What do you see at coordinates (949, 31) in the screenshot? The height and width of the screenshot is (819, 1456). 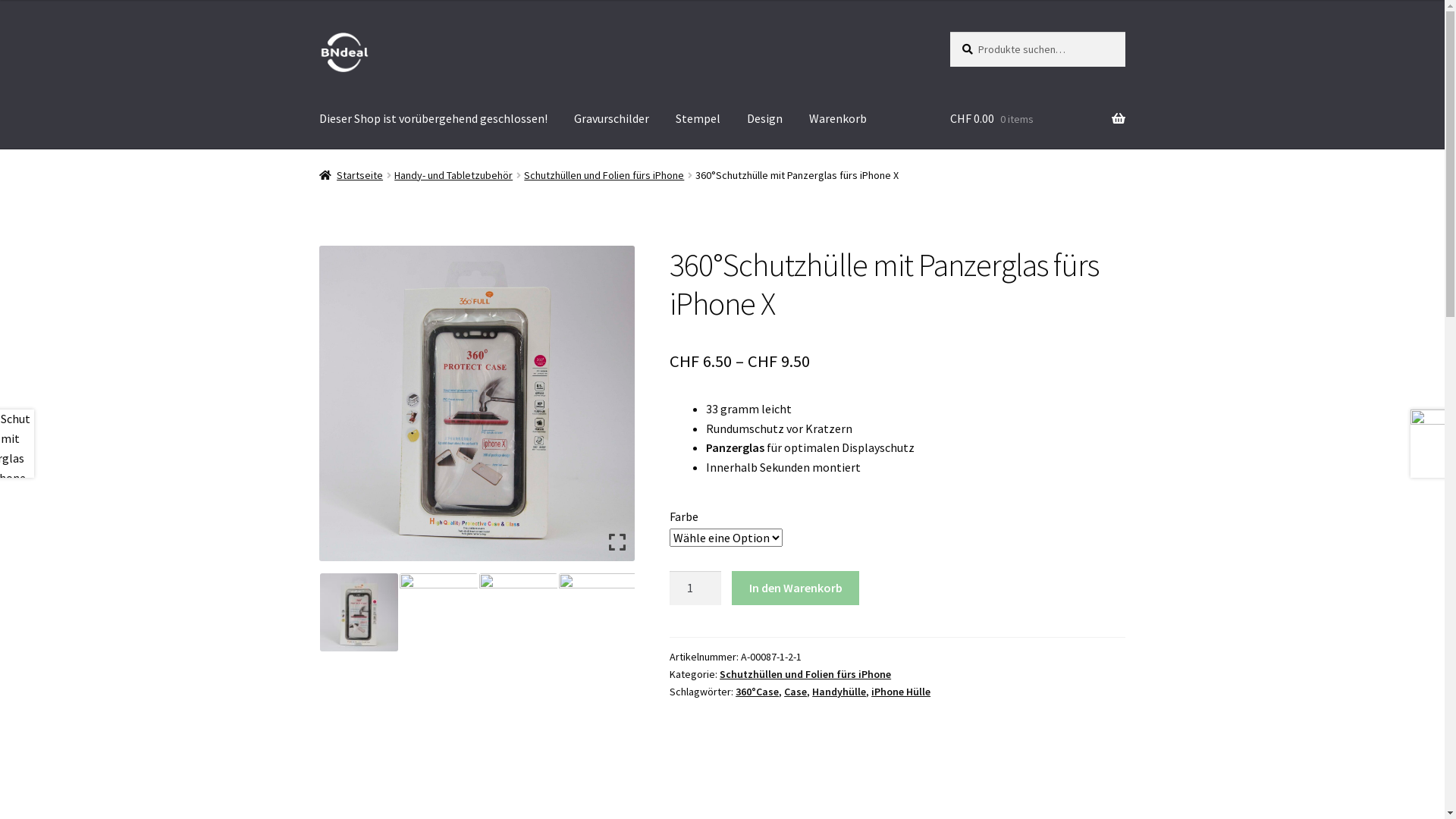 I see `'Suche'` at bounding box center [949, 31].